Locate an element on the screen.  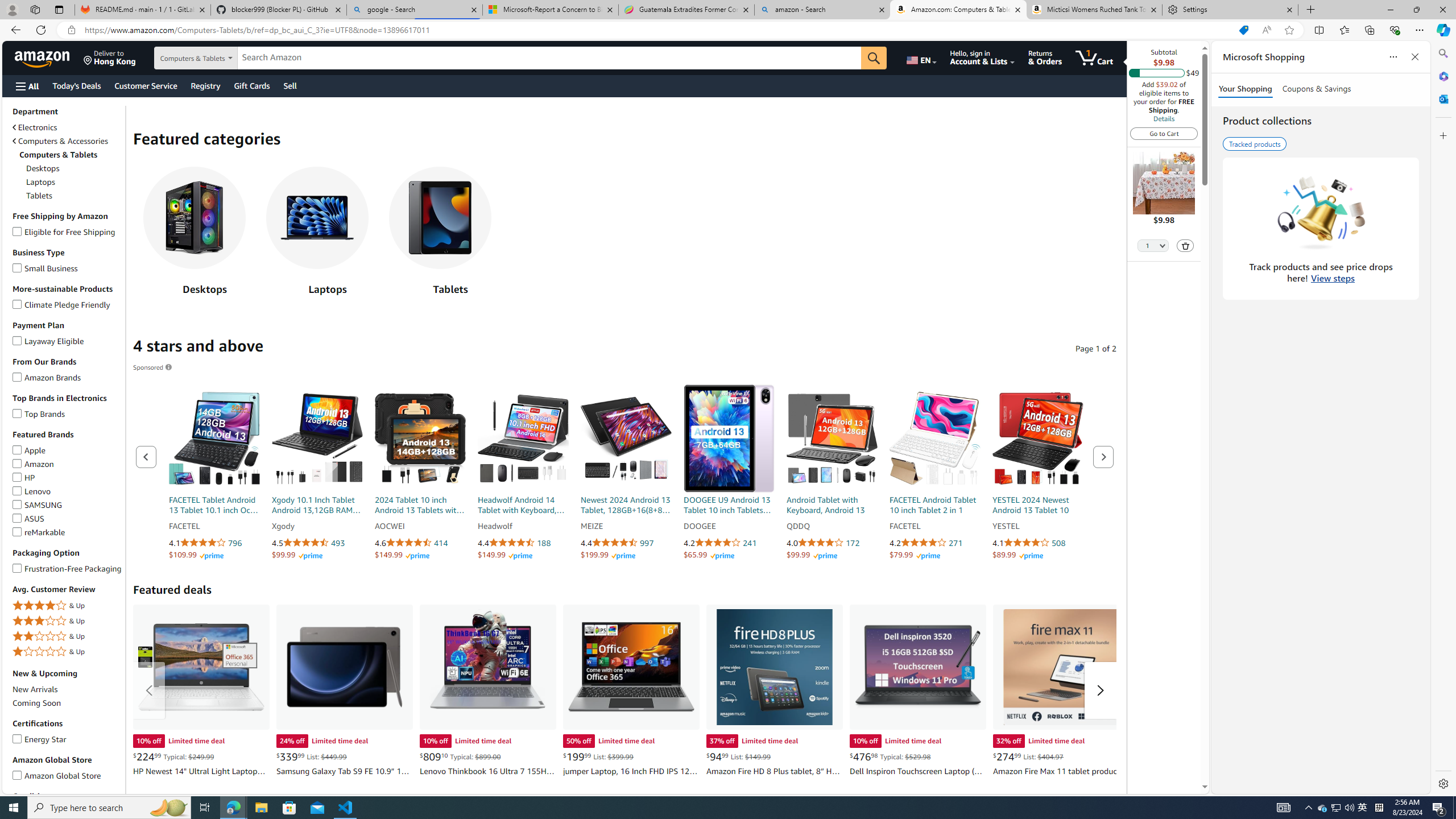
'DOOGEE' is located at coordinates (729, 526).